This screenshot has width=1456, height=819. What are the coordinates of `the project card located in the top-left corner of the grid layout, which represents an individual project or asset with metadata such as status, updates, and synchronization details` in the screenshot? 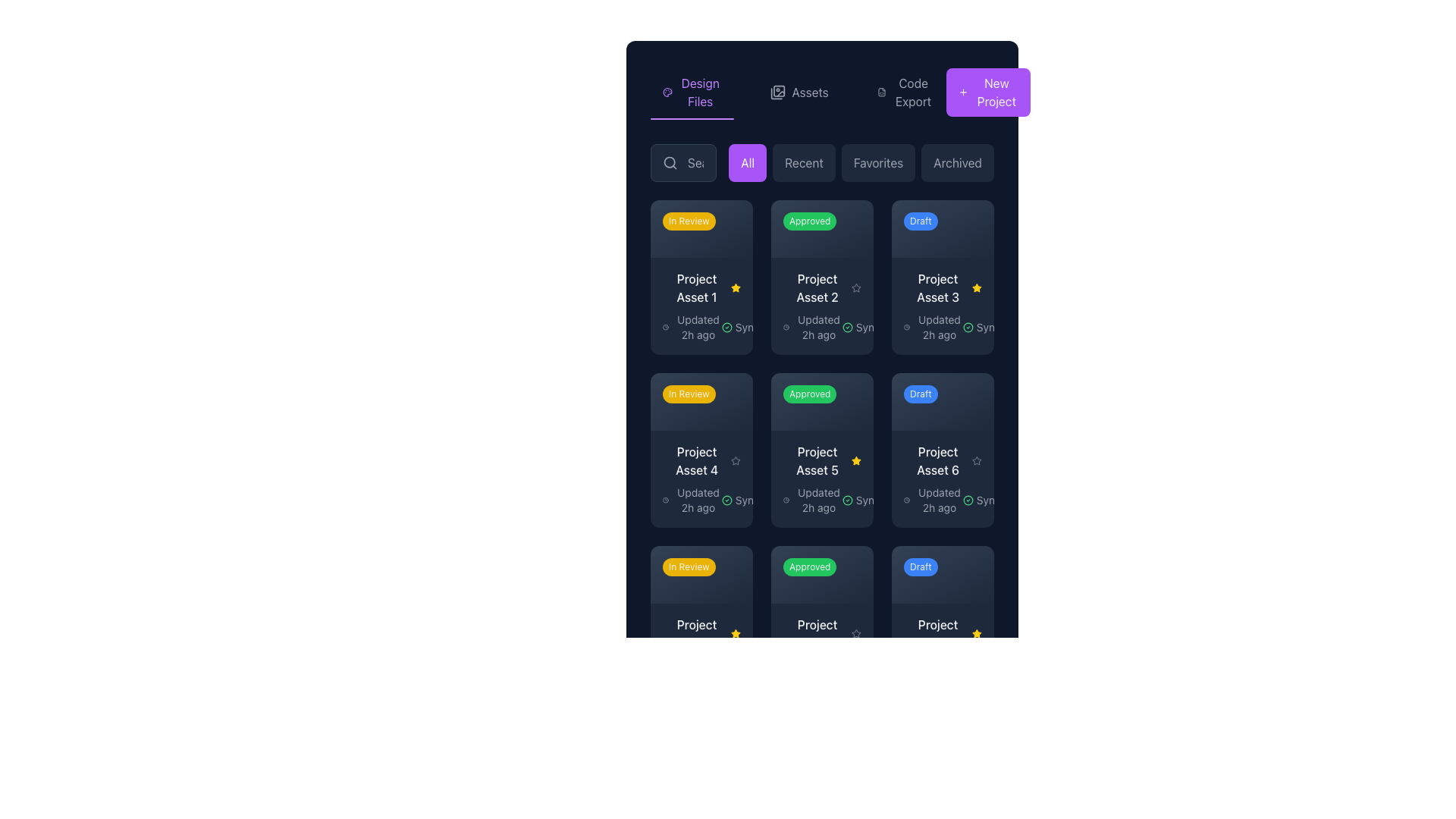 It's located at (701, 278).